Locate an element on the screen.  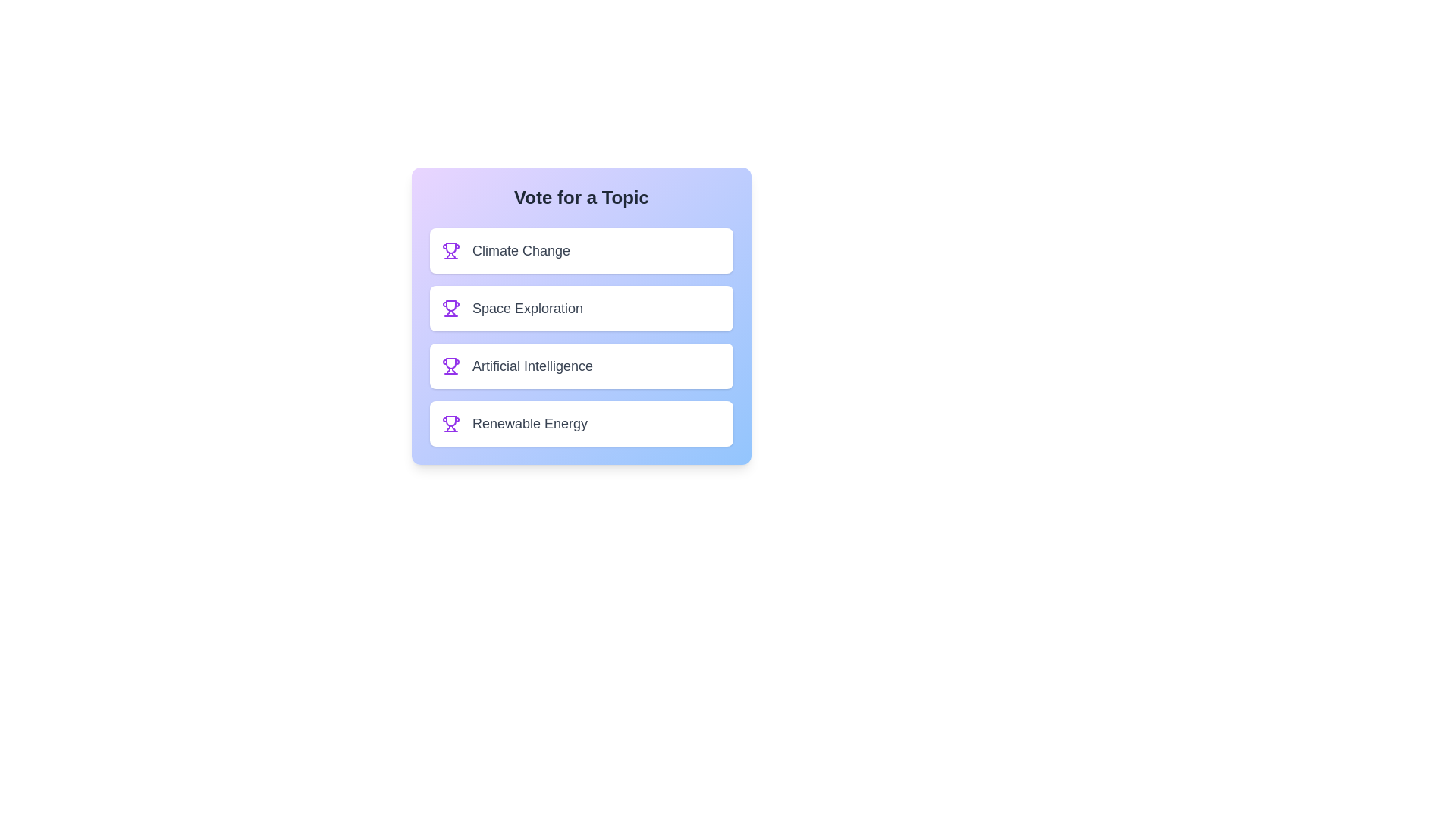
the rectangular button with a white background, rounded corners, and a purple trophy icon on the left, labeled 'Renewable Energy' is located at coordinates (581, 424).